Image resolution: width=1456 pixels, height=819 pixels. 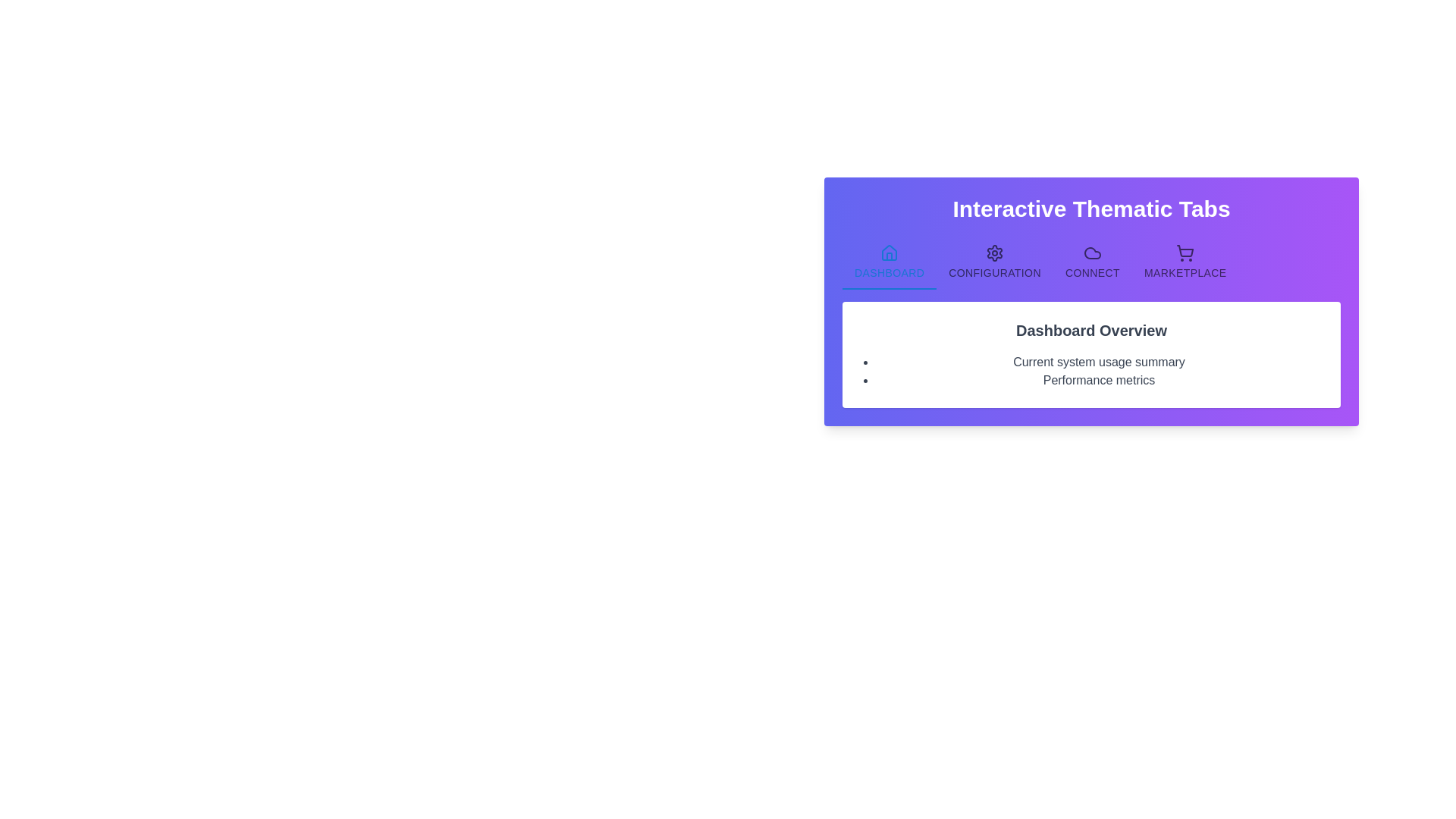 I want to click on the gear configuration icon in the top navigation bar, so click(x=995, y=253).